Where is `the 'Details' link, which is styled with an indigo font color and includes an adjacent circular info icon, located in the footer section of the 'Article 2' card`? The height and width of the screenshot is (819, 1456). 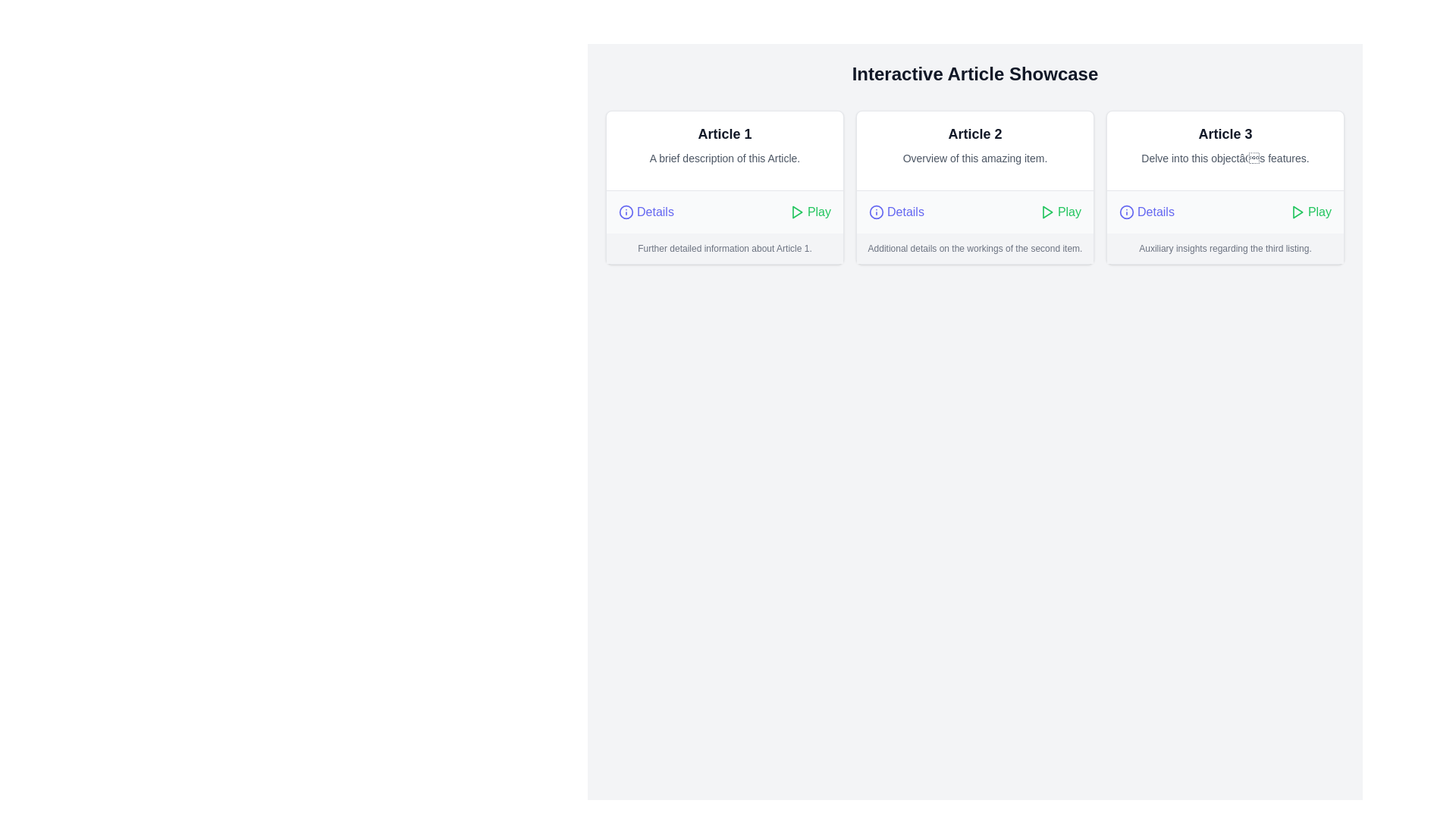
the 'Details' link, which is styled with an indigo font color and includes an adjacent circular info icon, located in the footer section of the 'Article 2' card is located at coordinates (896, 212).